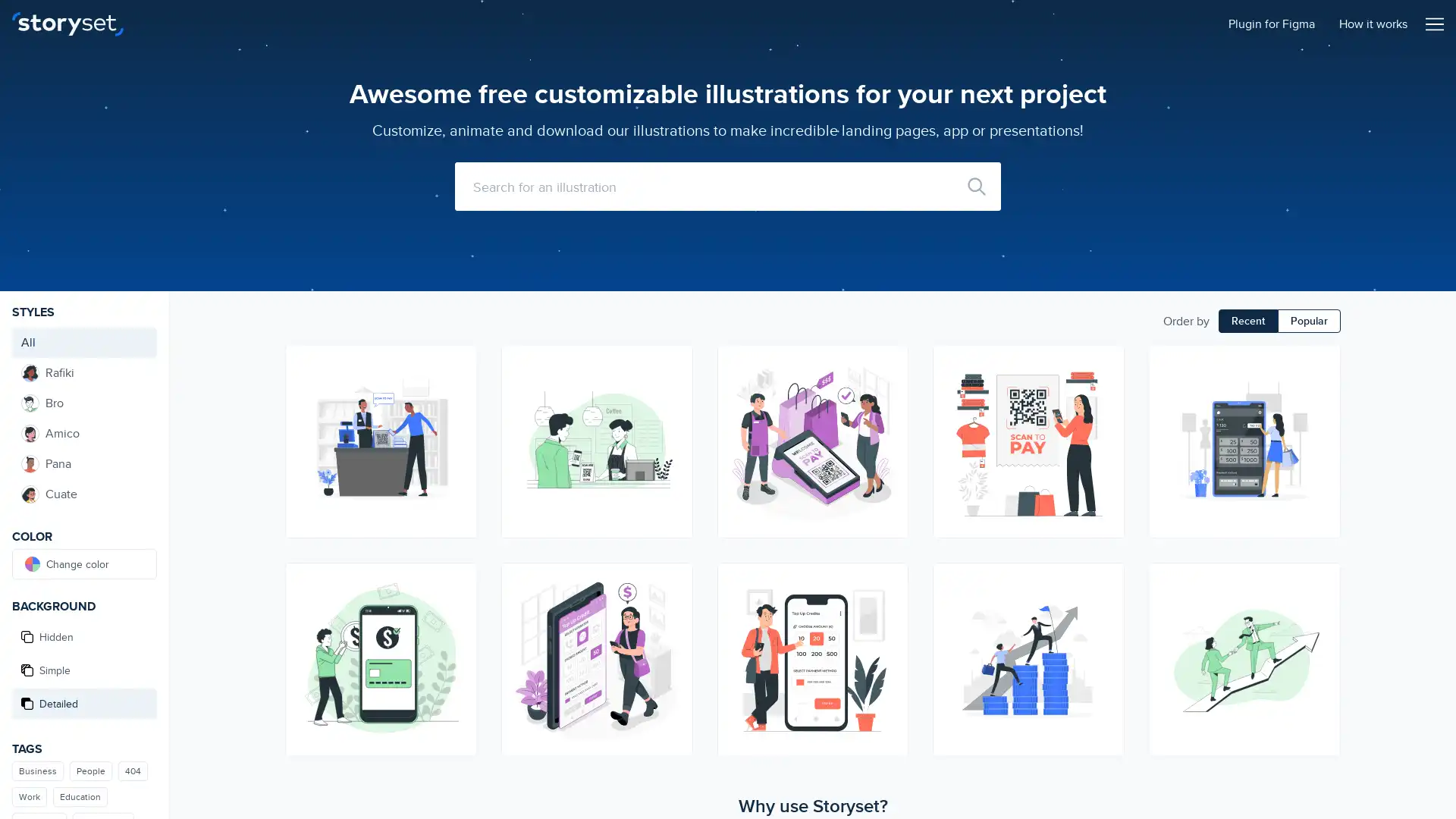 This screenshot has width=1456, height=819. Describe the element at coordinates (1320, 580) in the screenshot. I see `wand icon Animate` at that location.